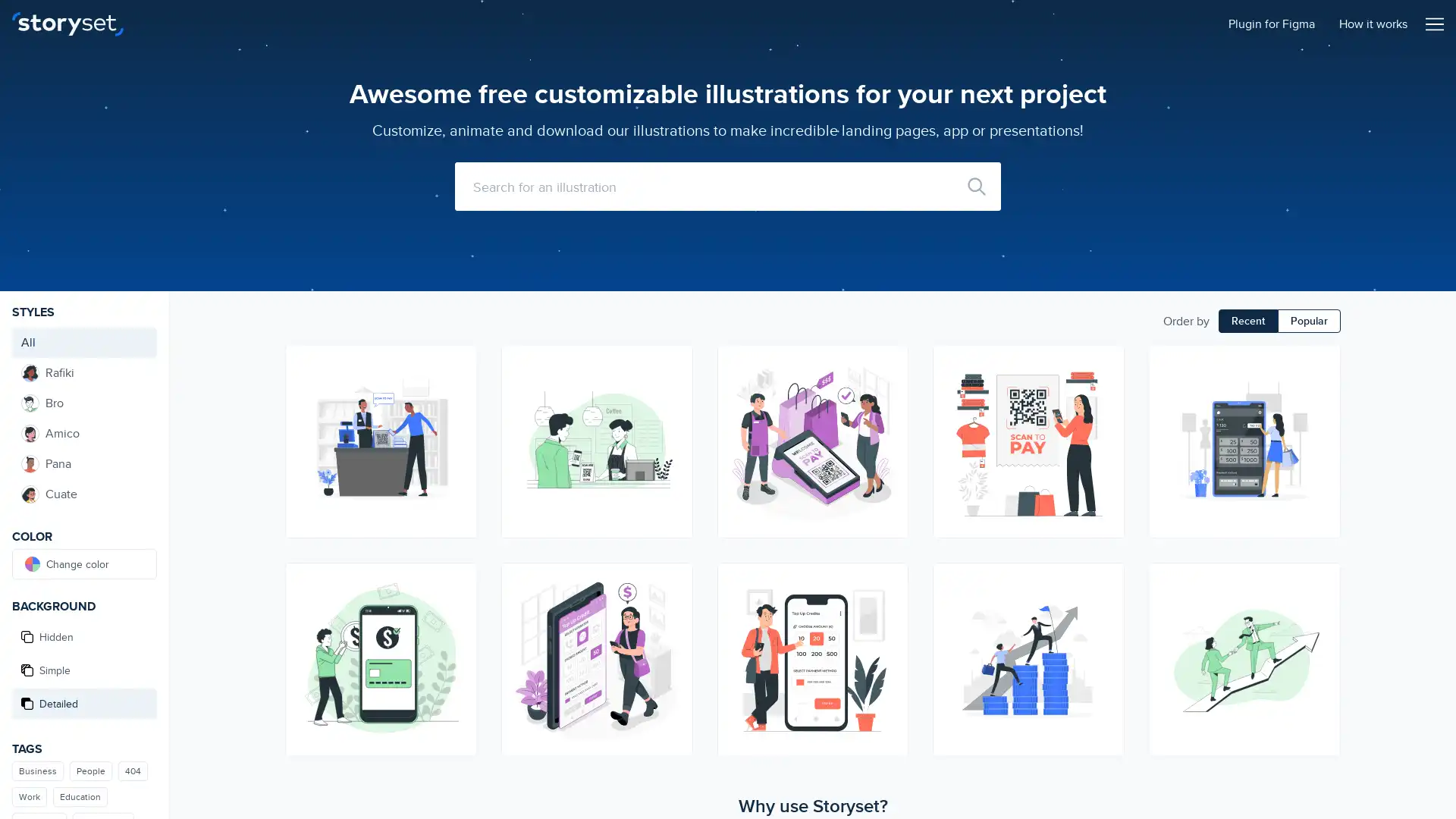 This screenshot has width=1456, height=819. Describe the element at coordinates (1320, 580) in the screenshot. I see `wand icon Animate` at that location.